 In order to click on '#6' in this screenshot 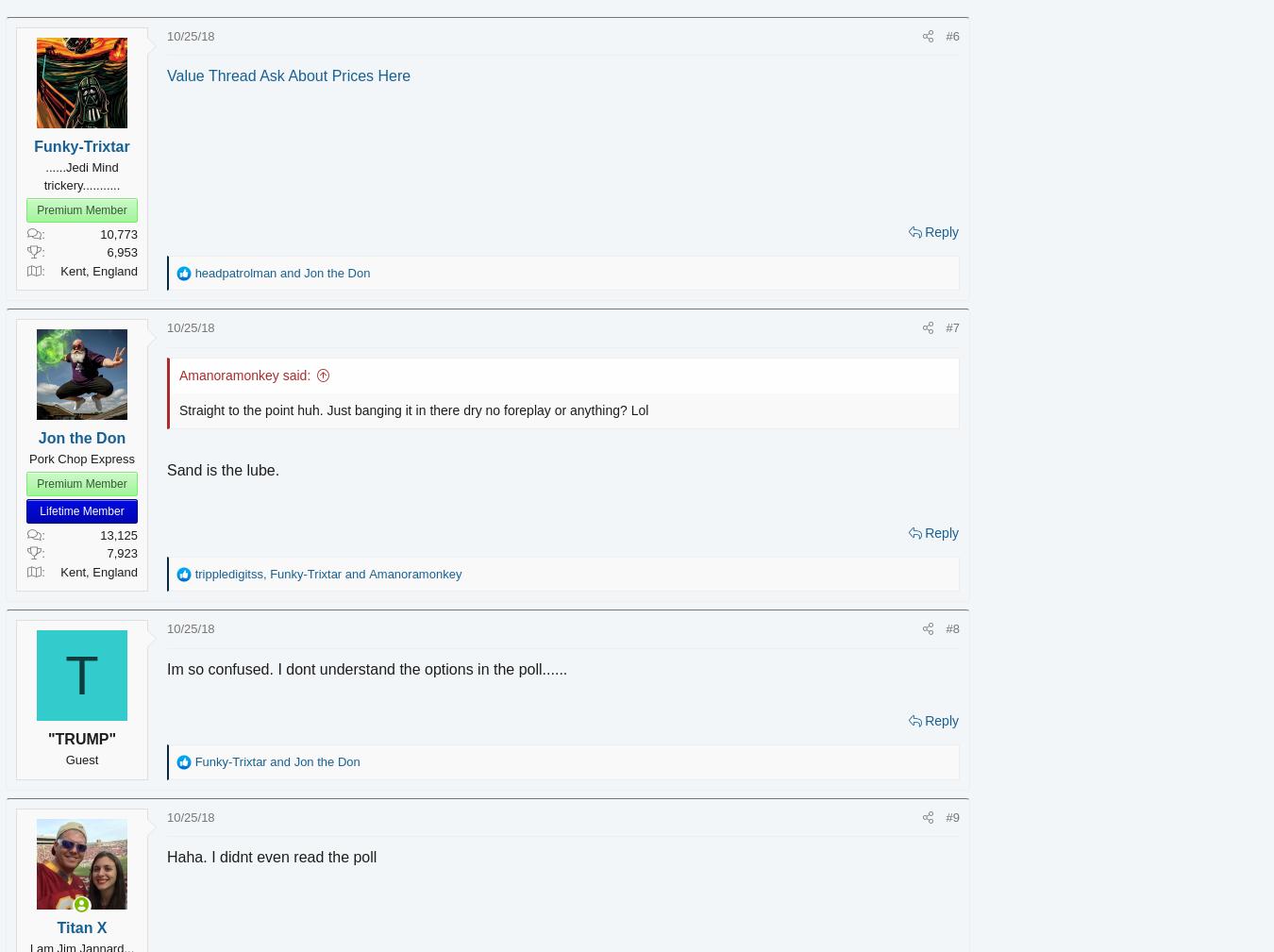, I will do `click(924, 34)`.